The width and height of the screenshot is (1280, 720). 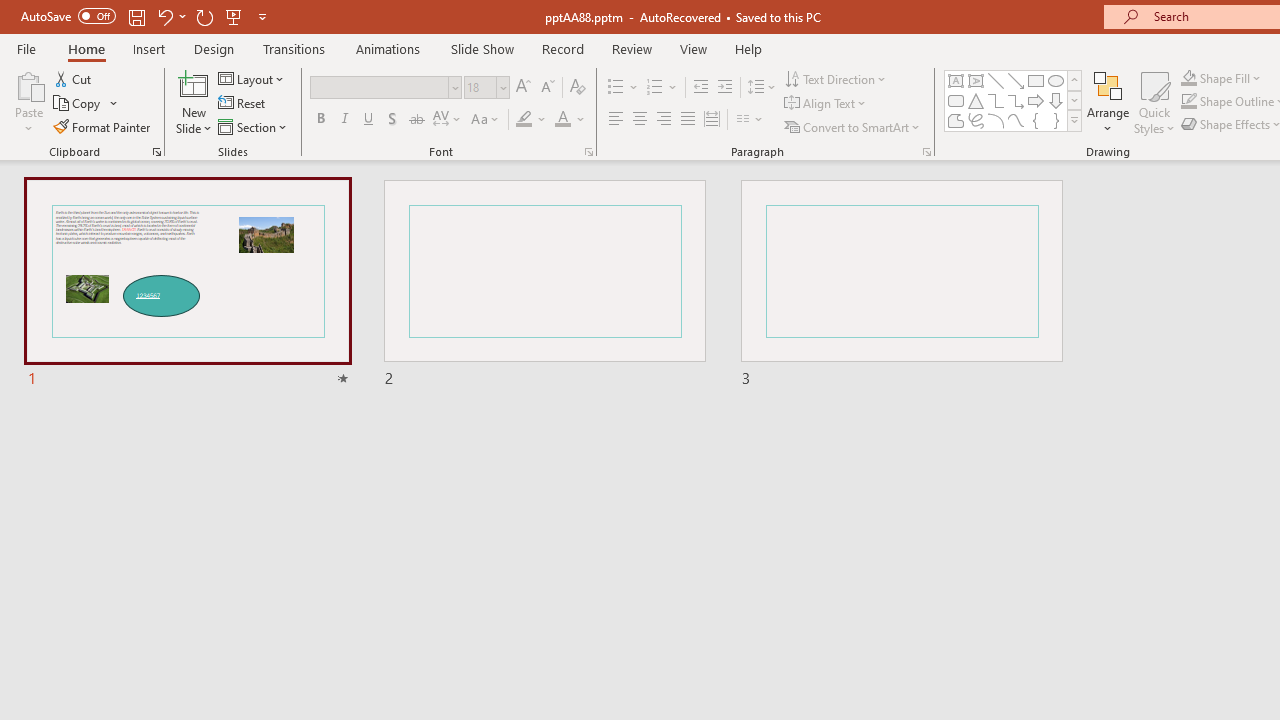 What do you see at coordinates (976, 100) in the screenshot?
I see `'Isosceles Triangle'` at bounding box center [976, 100].